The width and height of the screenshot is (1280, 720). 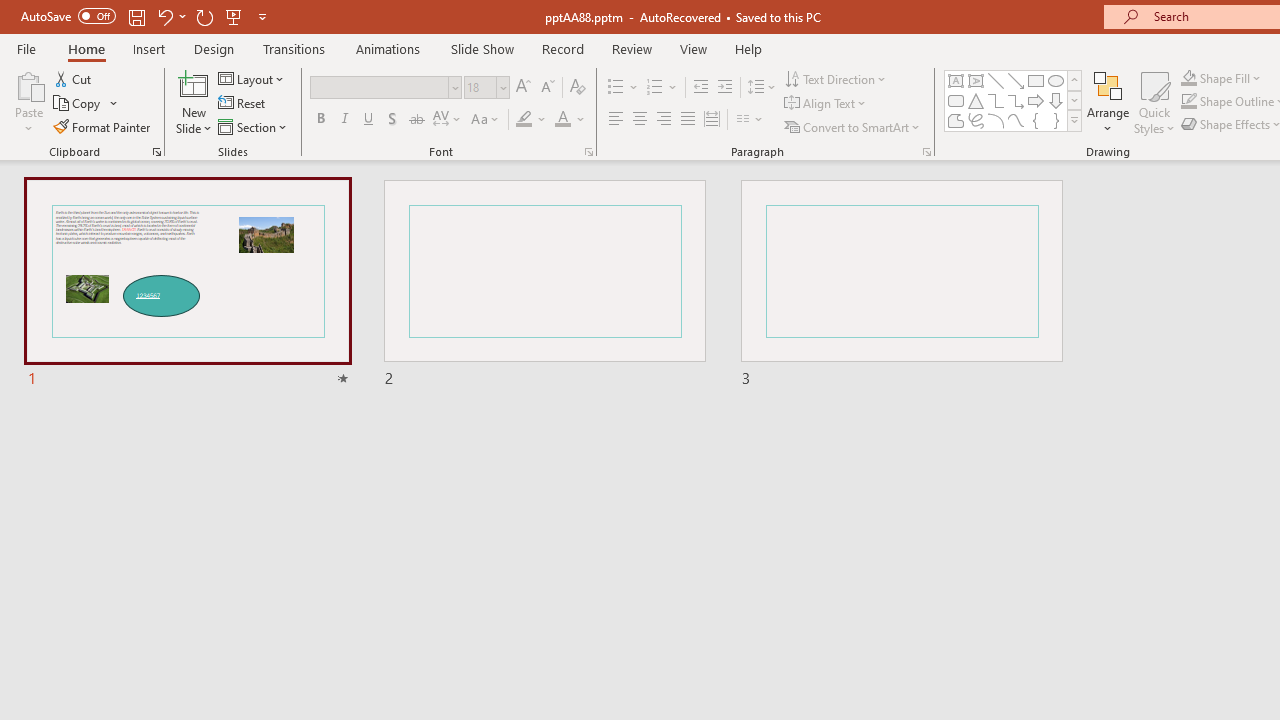 What do you see at coordinates (976, 100) in the screenshot?
I see `'Isosceles Triangle'` at bounding box center [976, 100].